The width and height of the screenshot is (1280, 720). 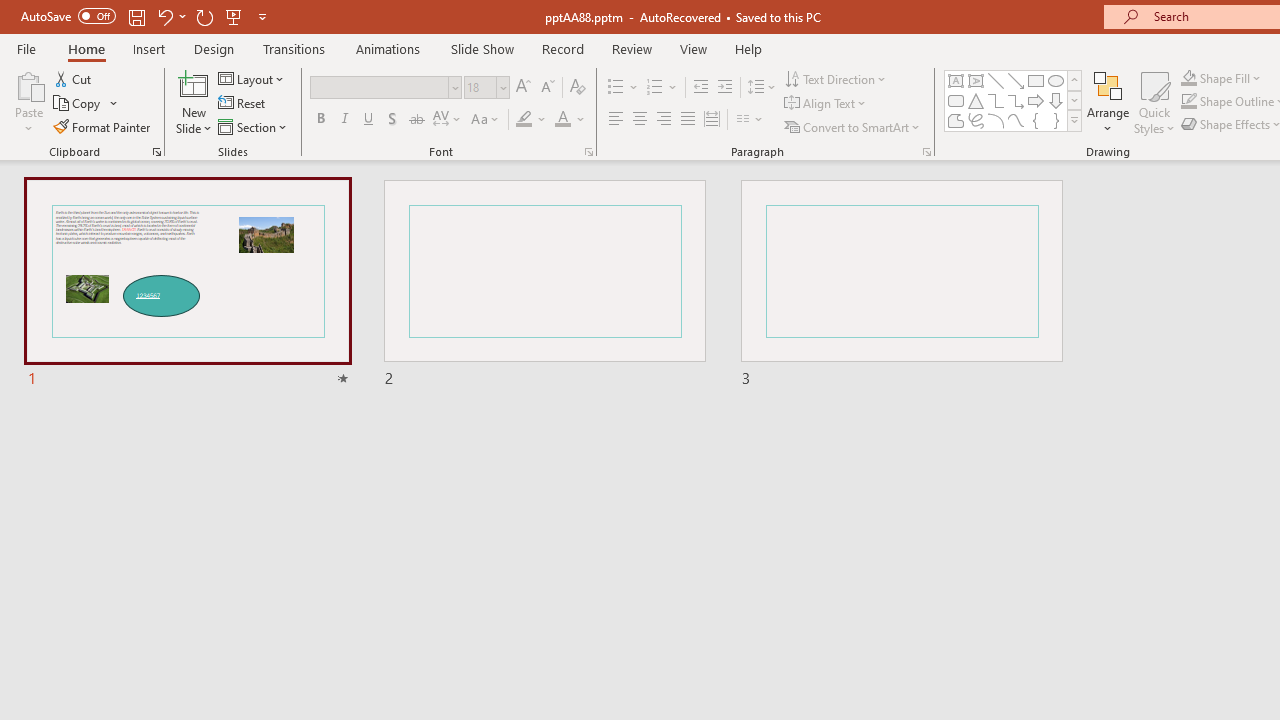 What do you see at coordinates (976, 100) in the screenshot?
I see `'Isosceles Triangle'` at bounding box center [976, 100].